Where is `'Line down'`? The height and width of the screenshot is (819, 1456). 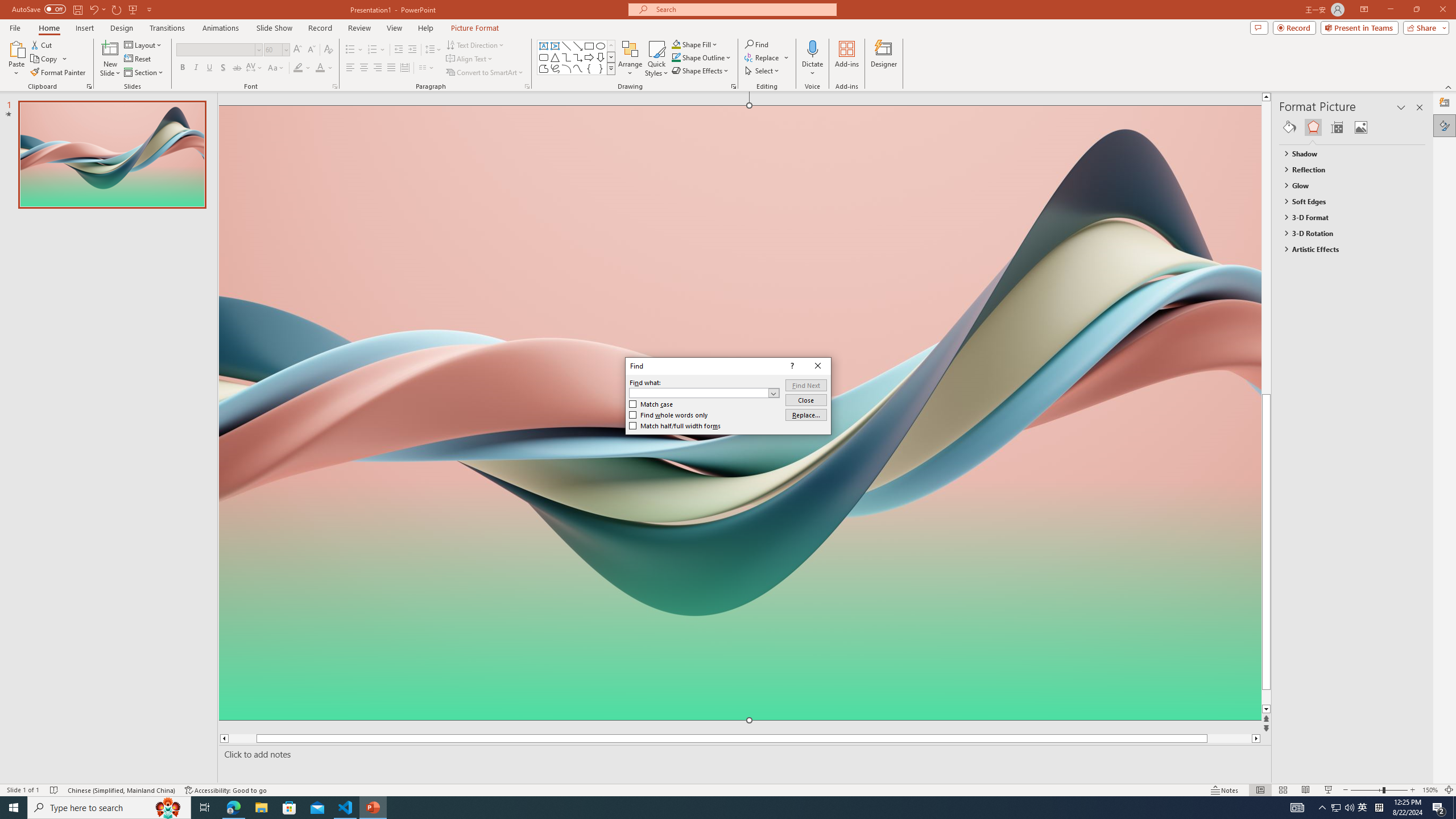
'Line down' is located at coordinates (1287, 709).